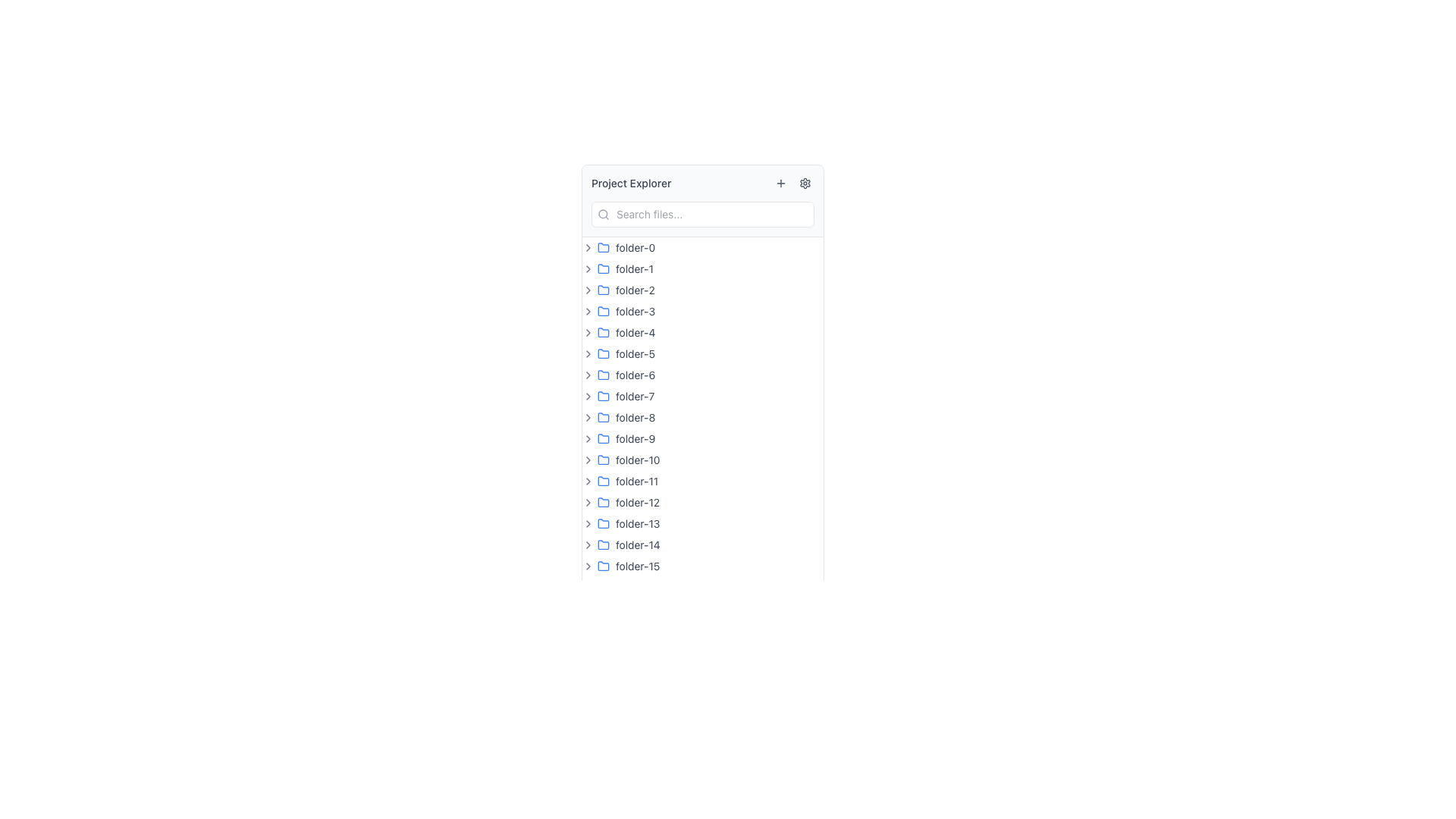 This screenshot has height=819, width=1456. Describe the element at coordinates (588, 503) in the screenshot. I see `the chevron icon for the folder entry labeled 'folder-12'` at that location.